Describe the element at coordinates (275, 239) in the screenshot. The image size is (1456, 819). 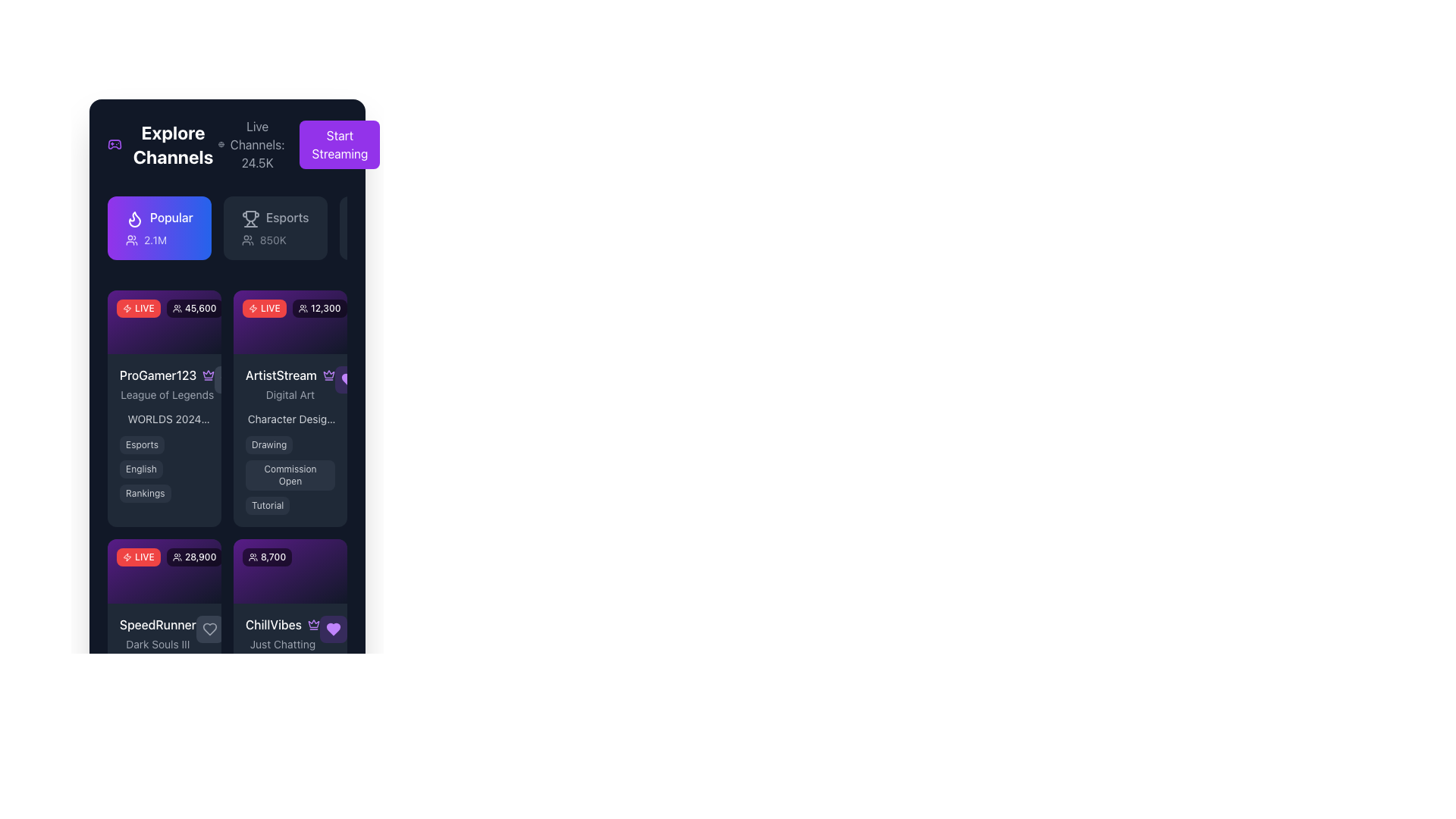
I see `the data displayed in the text label showing '850K', which is accompanied by an icon of a group of people, located below the 'Esports' title` at that location.